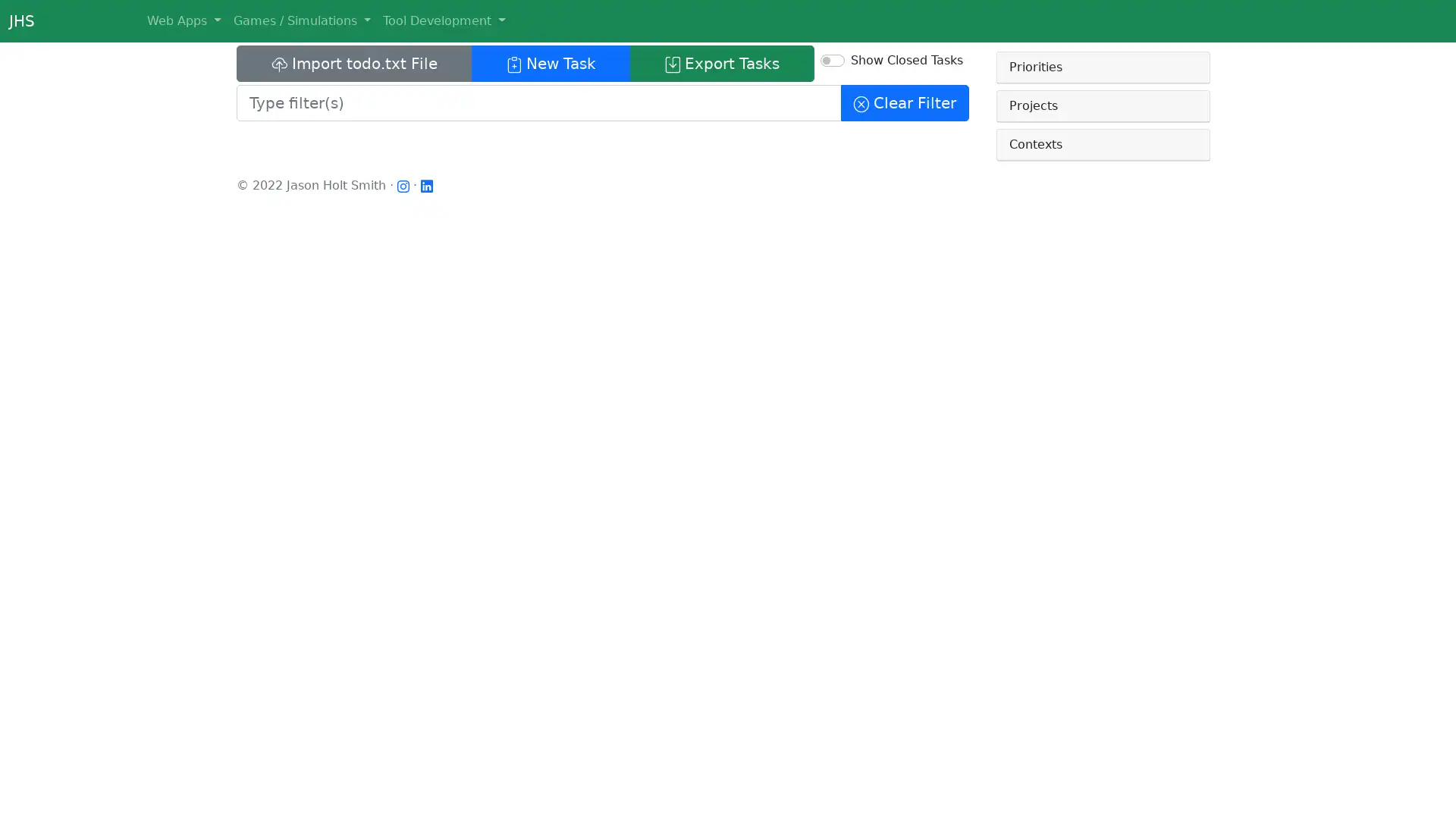 The height and width of the screenshot is (819, 1456). What do you see at coordinates (721, 63) in the screenshot?
I see `save tasks to file` at bounding box center [721, 63].